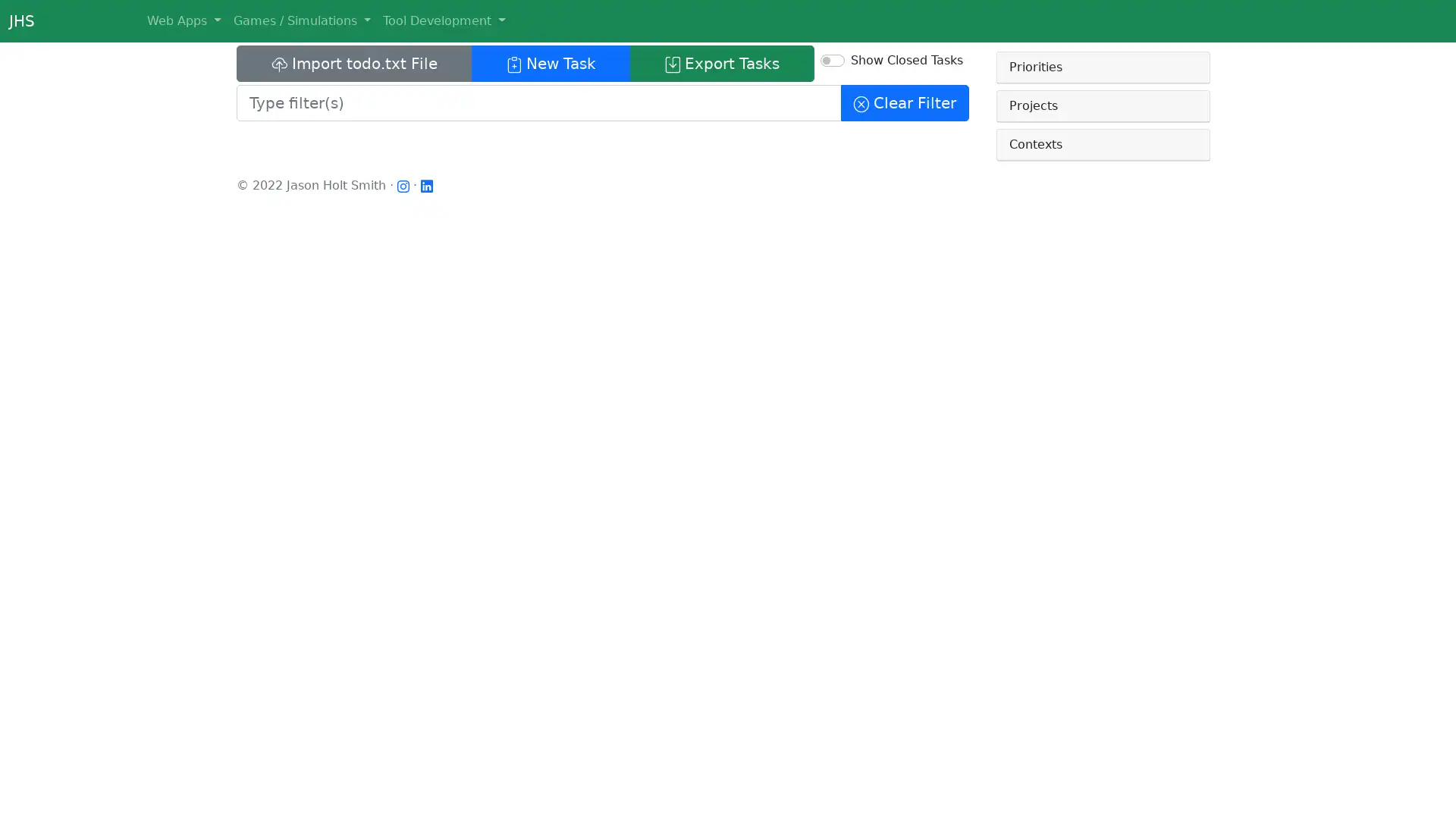 The height and width of the screenshot is (819, 1456). What do you see at coordinates (721, 63) in the screenshot?
I see `save tasks to file` at bounding box center [721, 63].